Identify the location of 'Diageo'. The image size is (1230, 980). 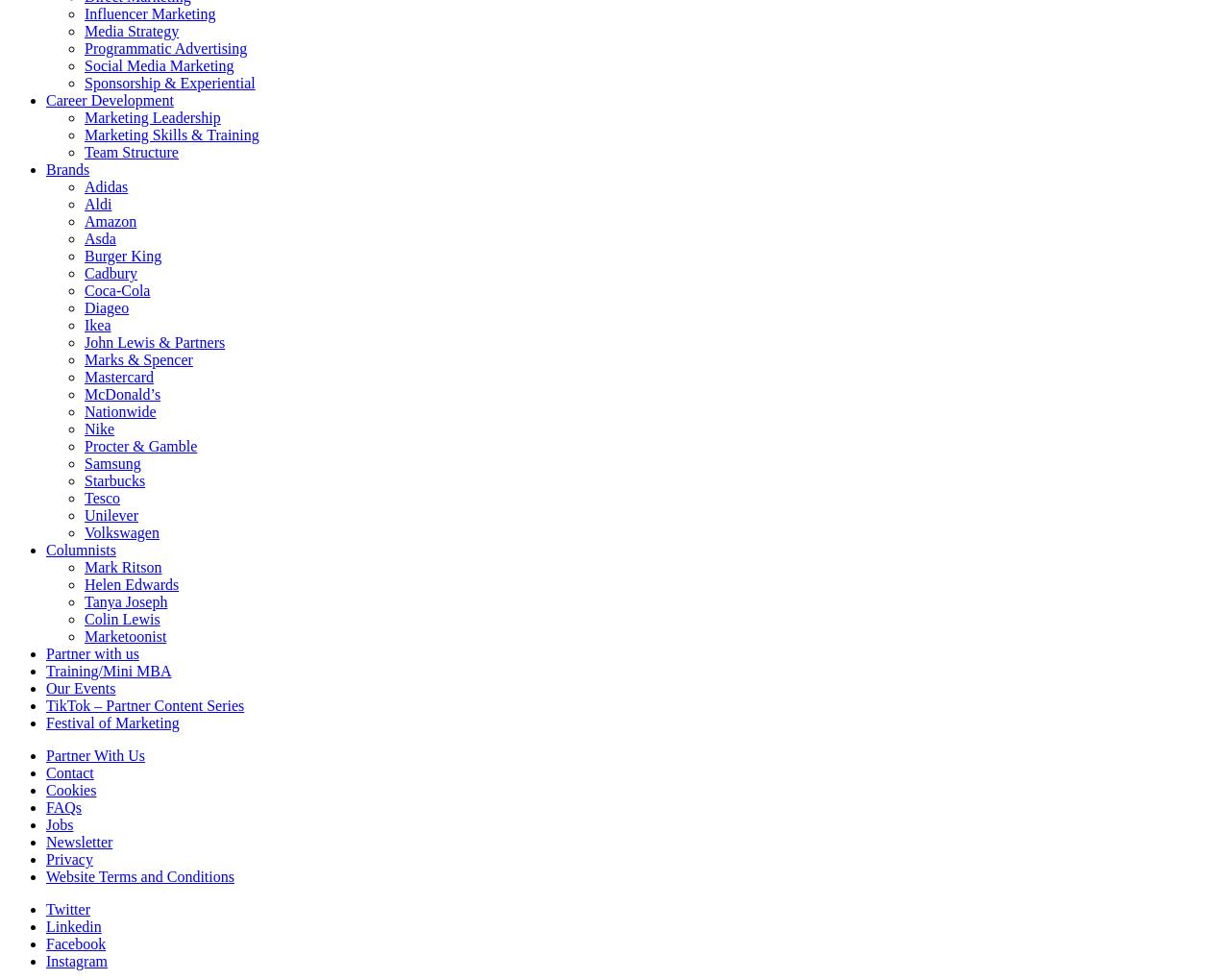
(105, 307).